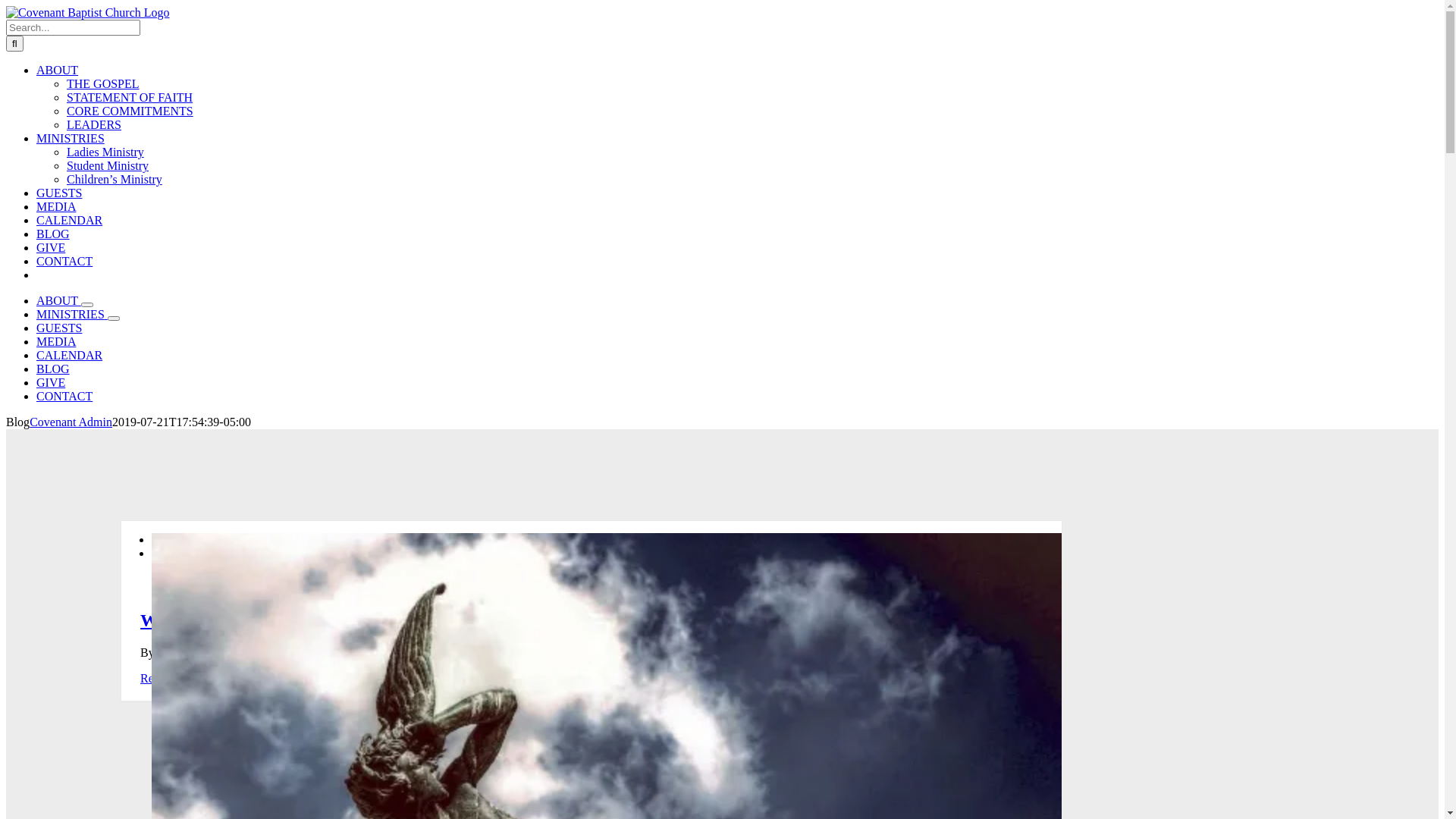 This screenshot has height=819, width=1456. Describe the element at coordinates (53, 234) in the screenshot. I see `'BLOG'` at that location.